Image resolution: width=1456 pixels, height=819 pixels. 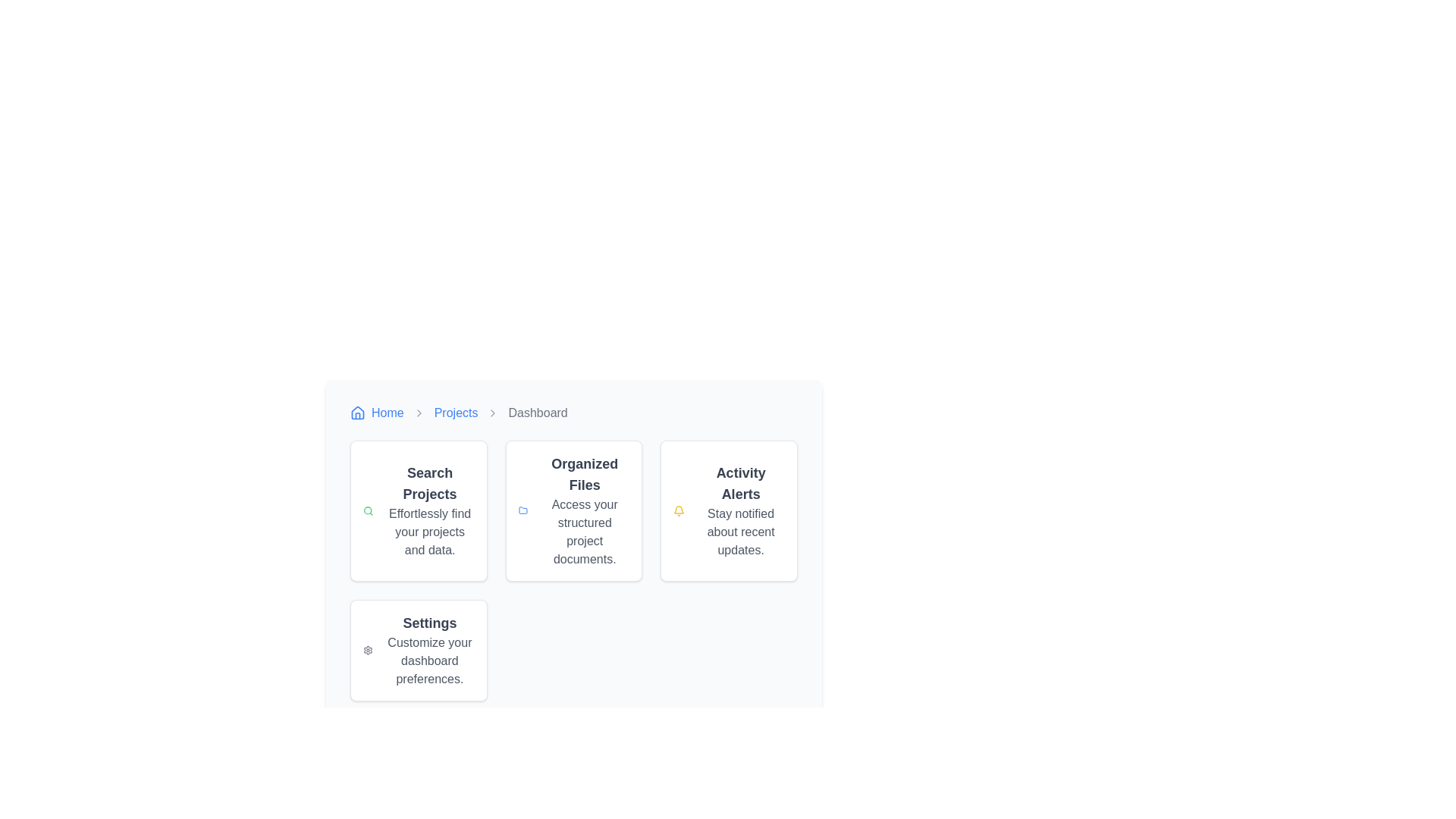 What do you see at coordinates (584, 473) in the screenshot?
I see `the heading text 'Organized Files', which is displayed in bold, larger font and dark gray color, located at the top of the second card in a row of three cards on the dashboard` at bounding box center [584, 473].